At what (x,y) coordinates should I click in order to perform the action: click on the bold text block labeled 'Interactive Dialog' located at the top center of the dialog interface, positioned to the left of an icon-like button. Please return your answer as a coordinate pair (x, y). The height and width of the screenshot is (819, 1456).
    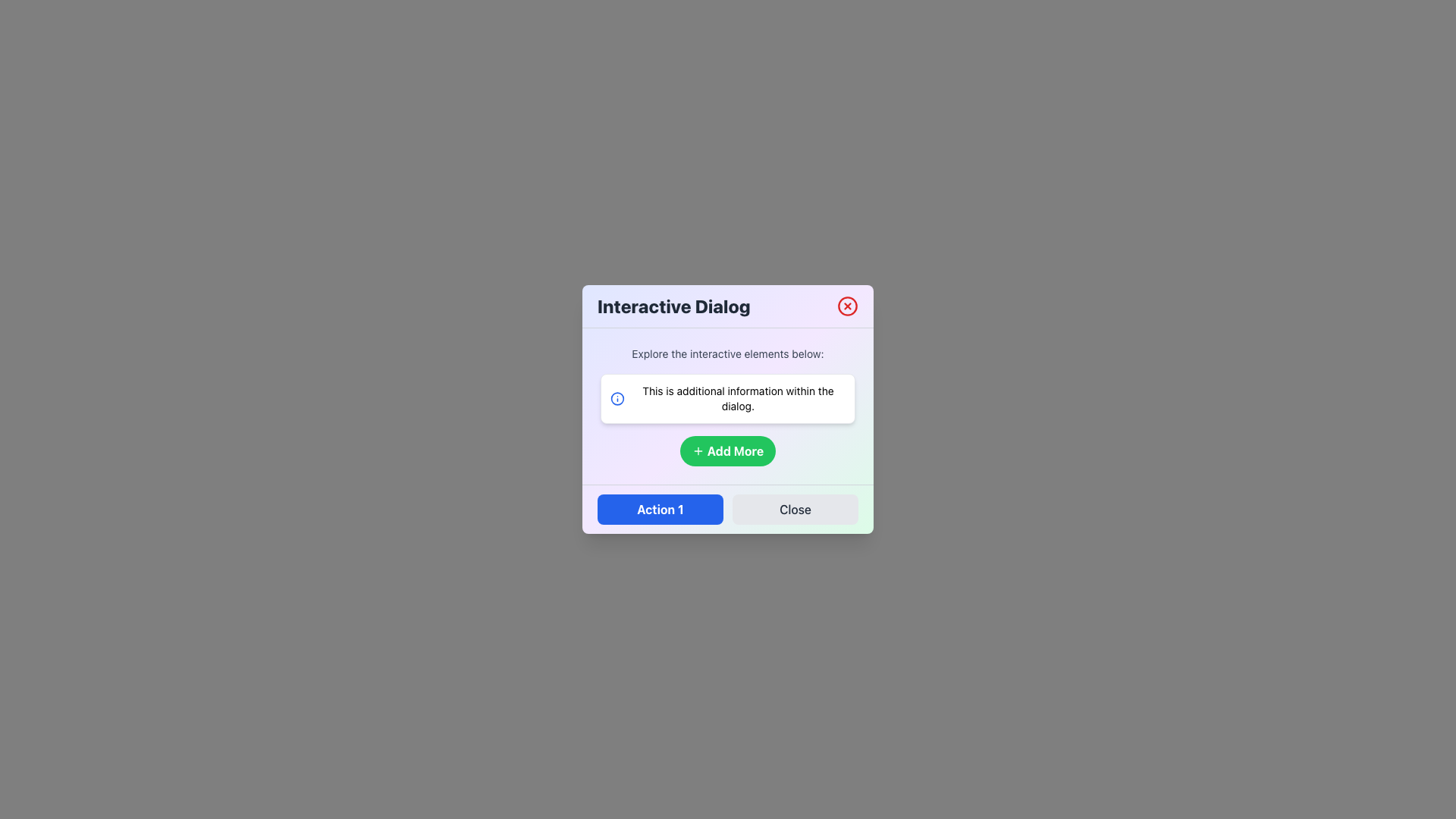
    Looking at the image, I should click on (673, 306).